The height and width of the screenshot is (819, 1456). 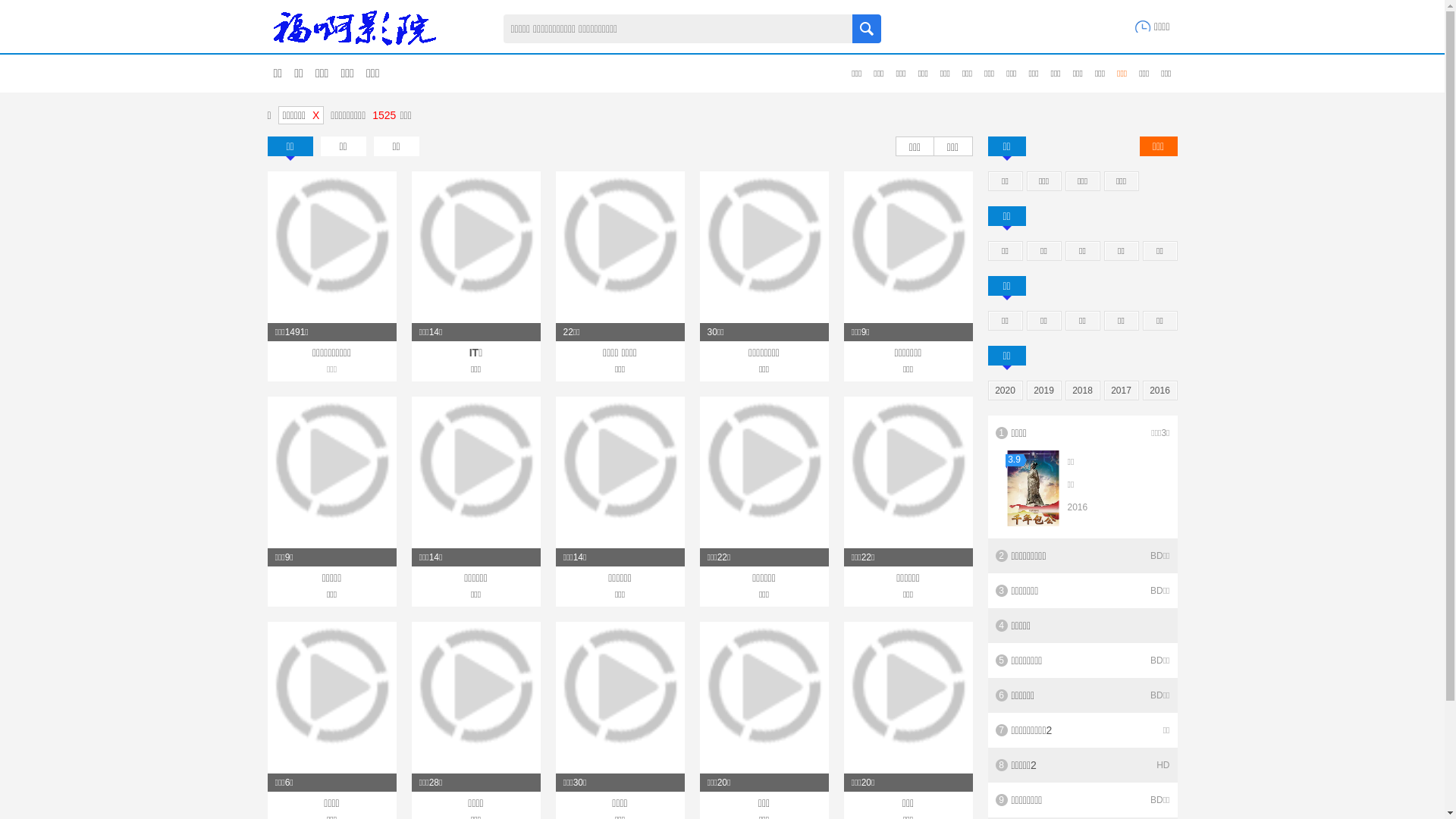 I want to click on '2020', so click(x=989, y=390).